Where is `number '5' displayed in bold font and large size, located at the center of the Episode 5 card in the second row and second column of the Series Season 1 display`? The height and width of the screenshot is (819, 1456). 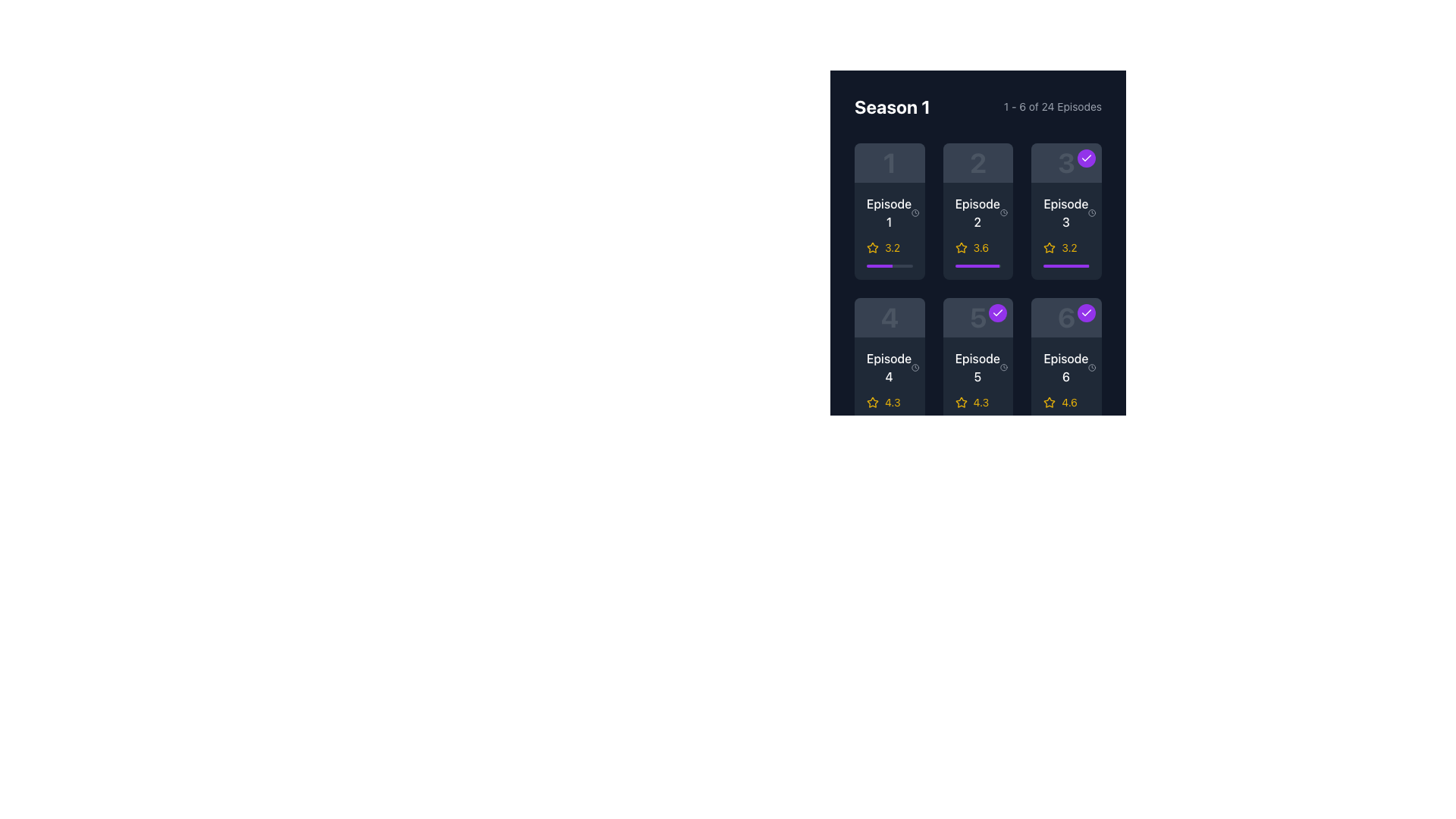 number '5' displayed in bold font and large size, located at the center of the Episode 5 card in the second row and second column of the Series Season 1 display is located at coordinates (978, 317).